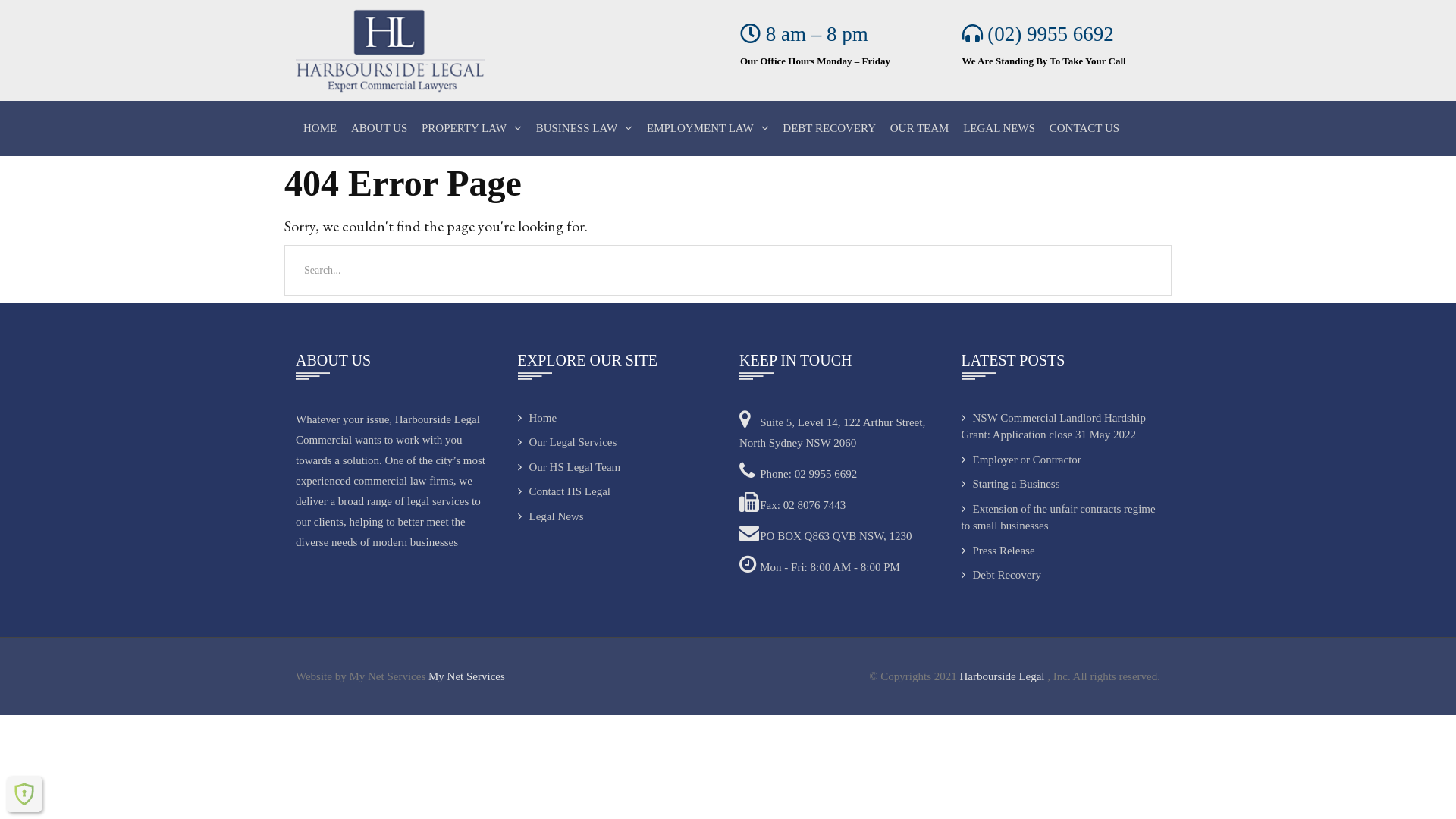 Image resolution: width=1456 pixels, height=819 pixels. I want to click on 'LEGAL NEWS', so click(954, 127).